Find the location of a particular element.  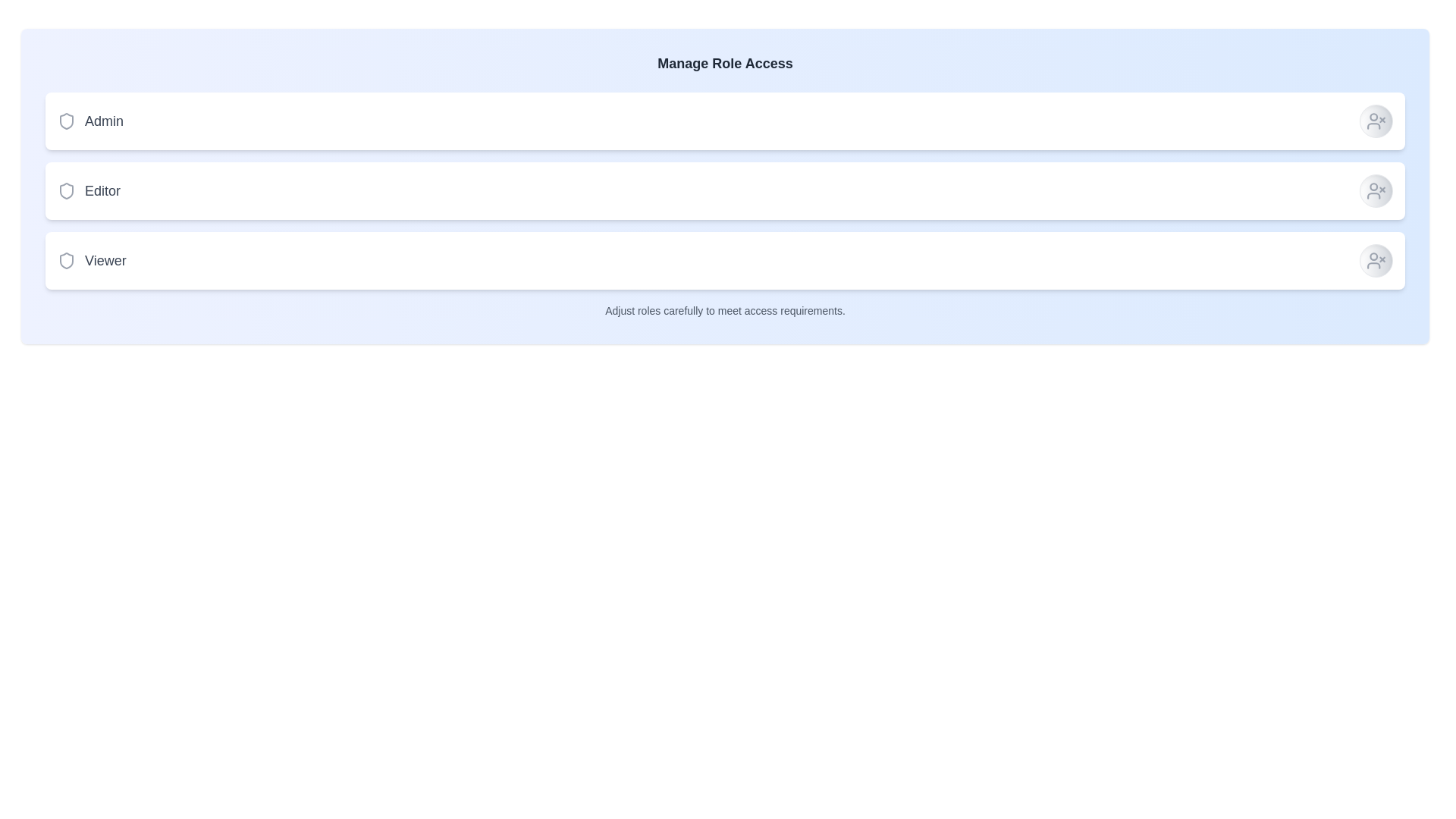

the interactive panel representing the 'Editor' role in the role access management interface is located at coordinates (724, 190).